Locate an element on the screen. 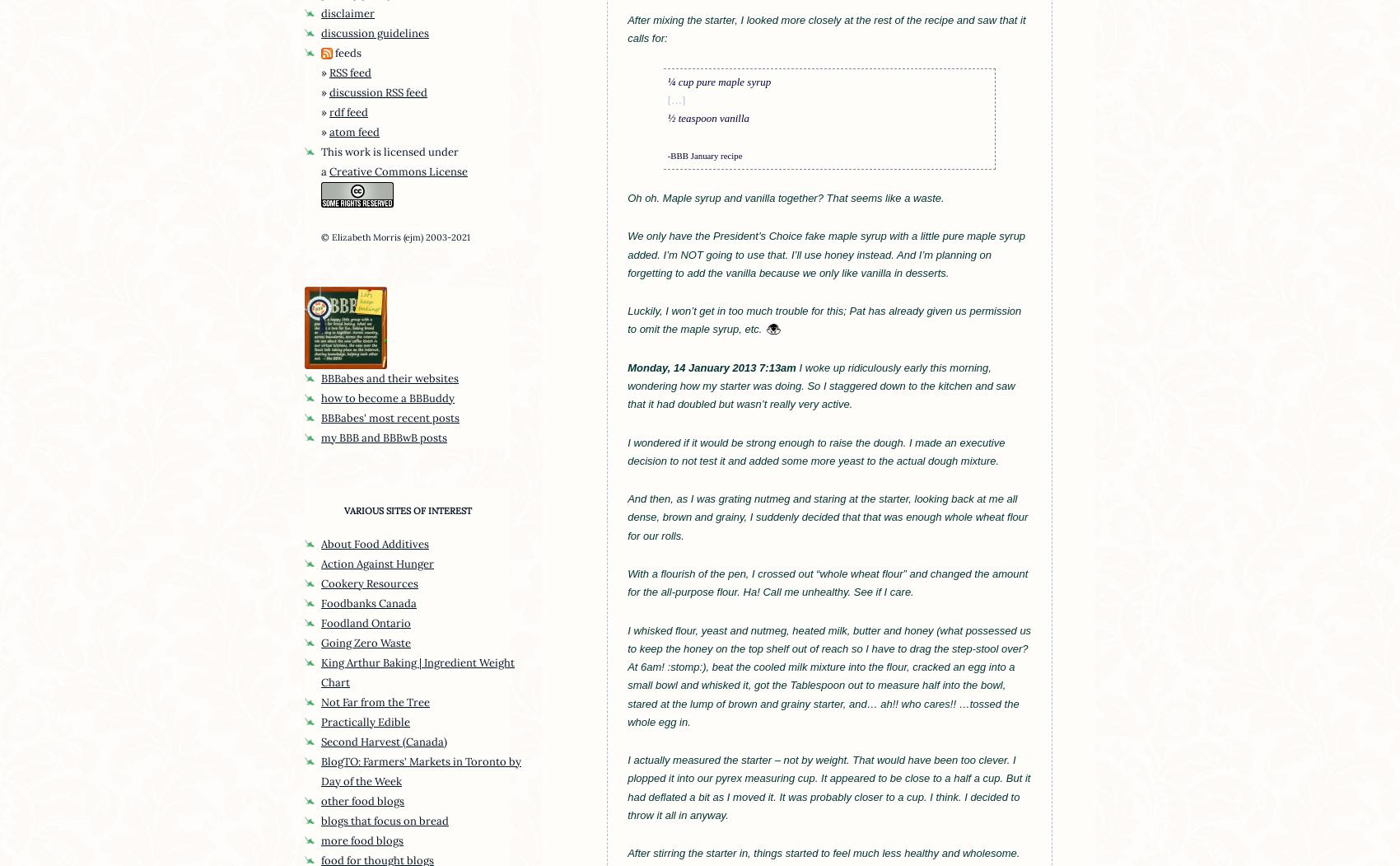 The height and width of the screenshot is (866, 1400). 'Monday, 14 January 2013 7:13am' is located at coordinates (711, 367).